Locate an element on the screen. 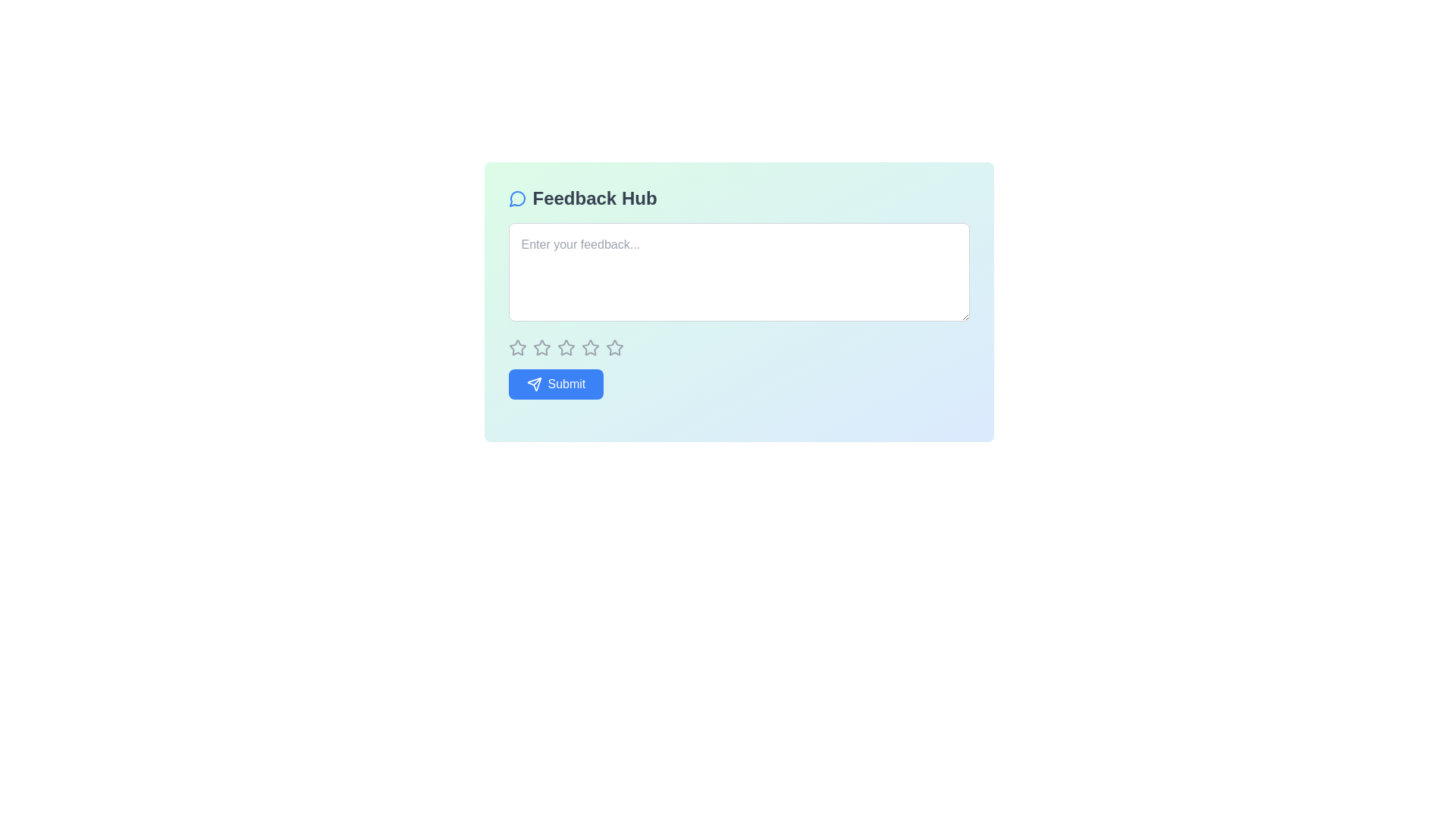 This screenshot has width=1456, height=819. the second star icon in the horizontal sequence of five stars, which represents a possible rating in the feedback box is located at coordinates (541, 347).